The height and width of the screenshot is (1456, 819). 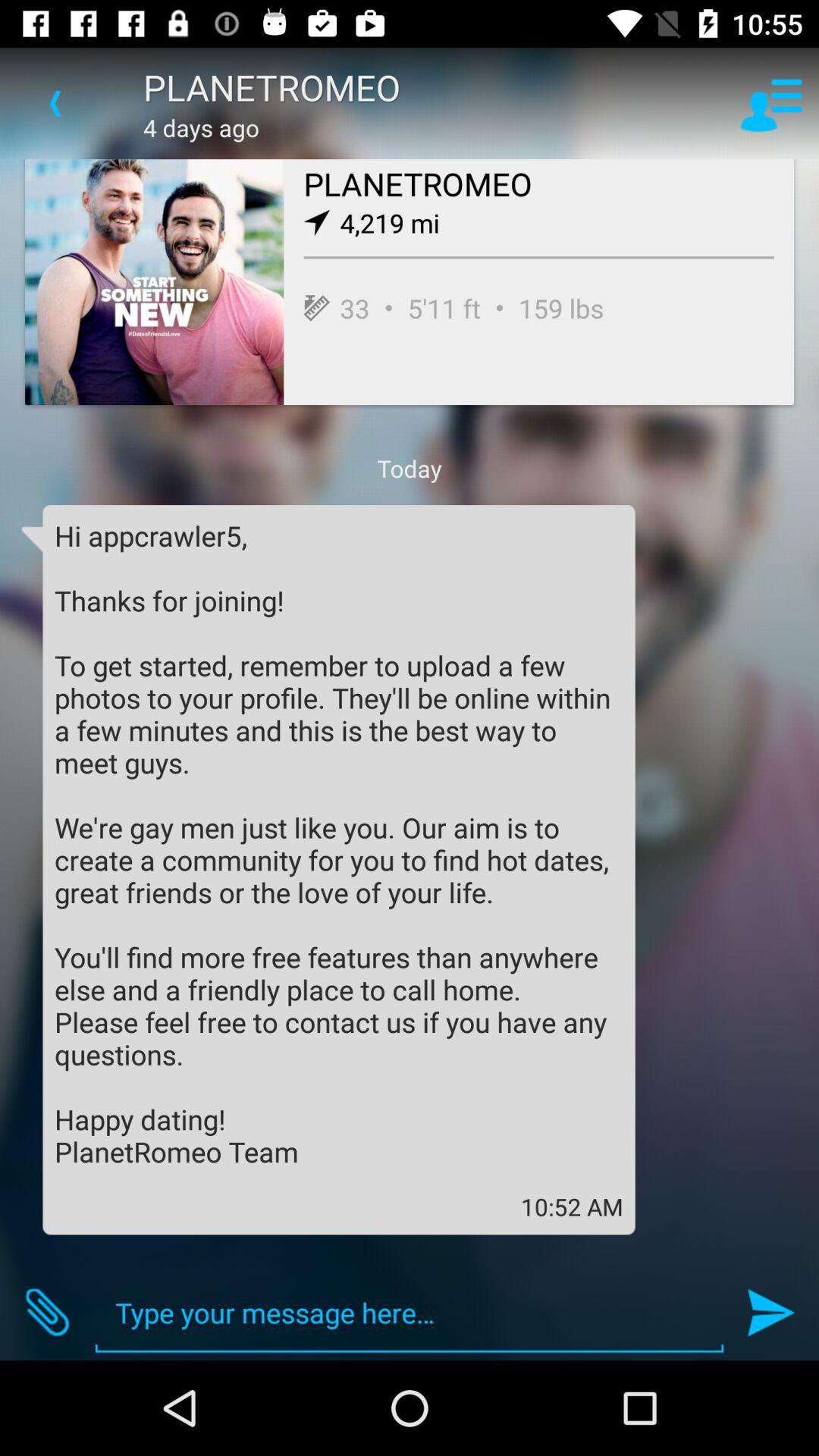 I want to click on item to the right of planetromeo icon, so click(x=771, y=102).